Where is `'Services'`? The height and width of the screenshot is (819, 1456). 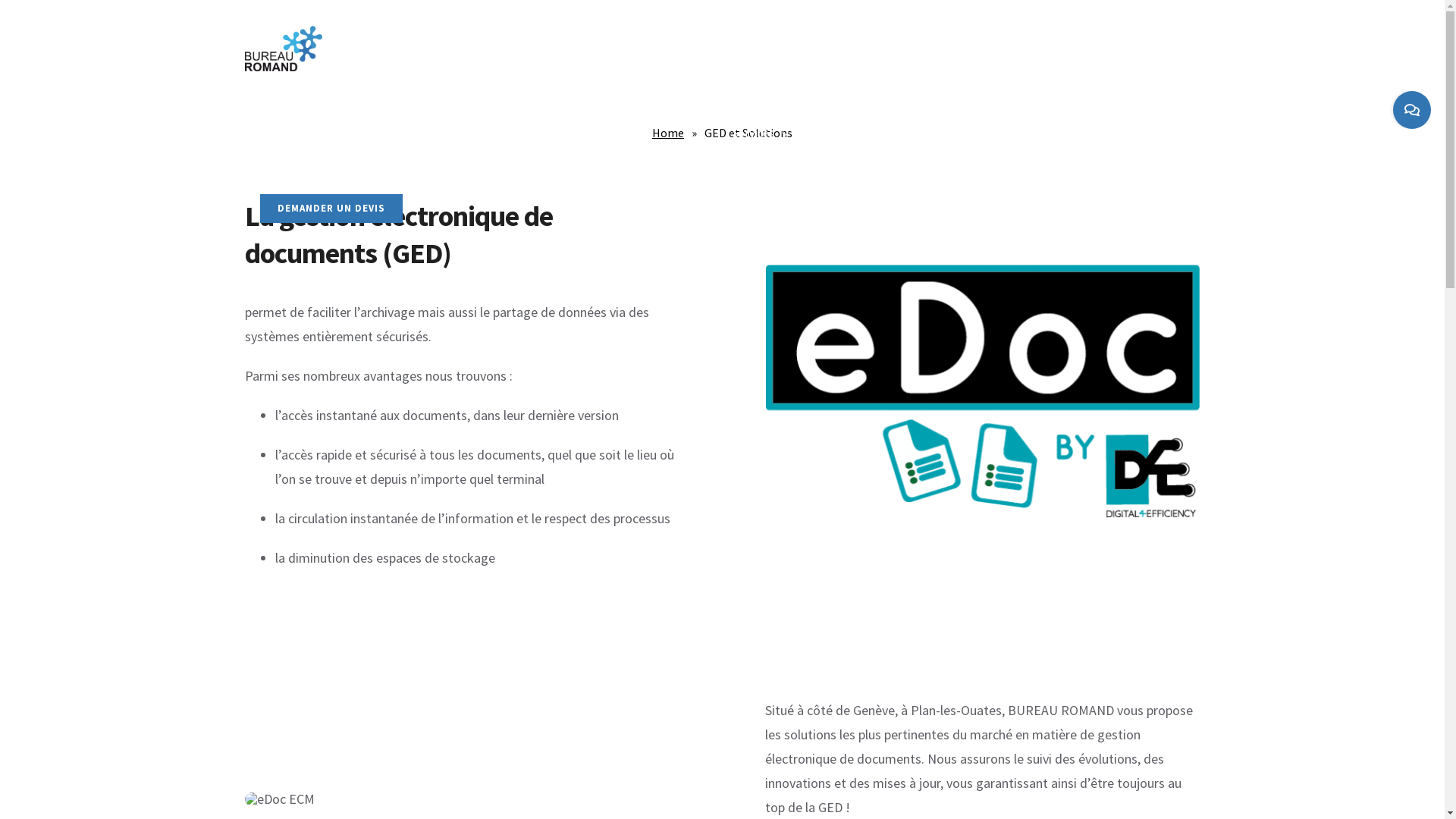 'Services' is located at coordinates (761, 131).